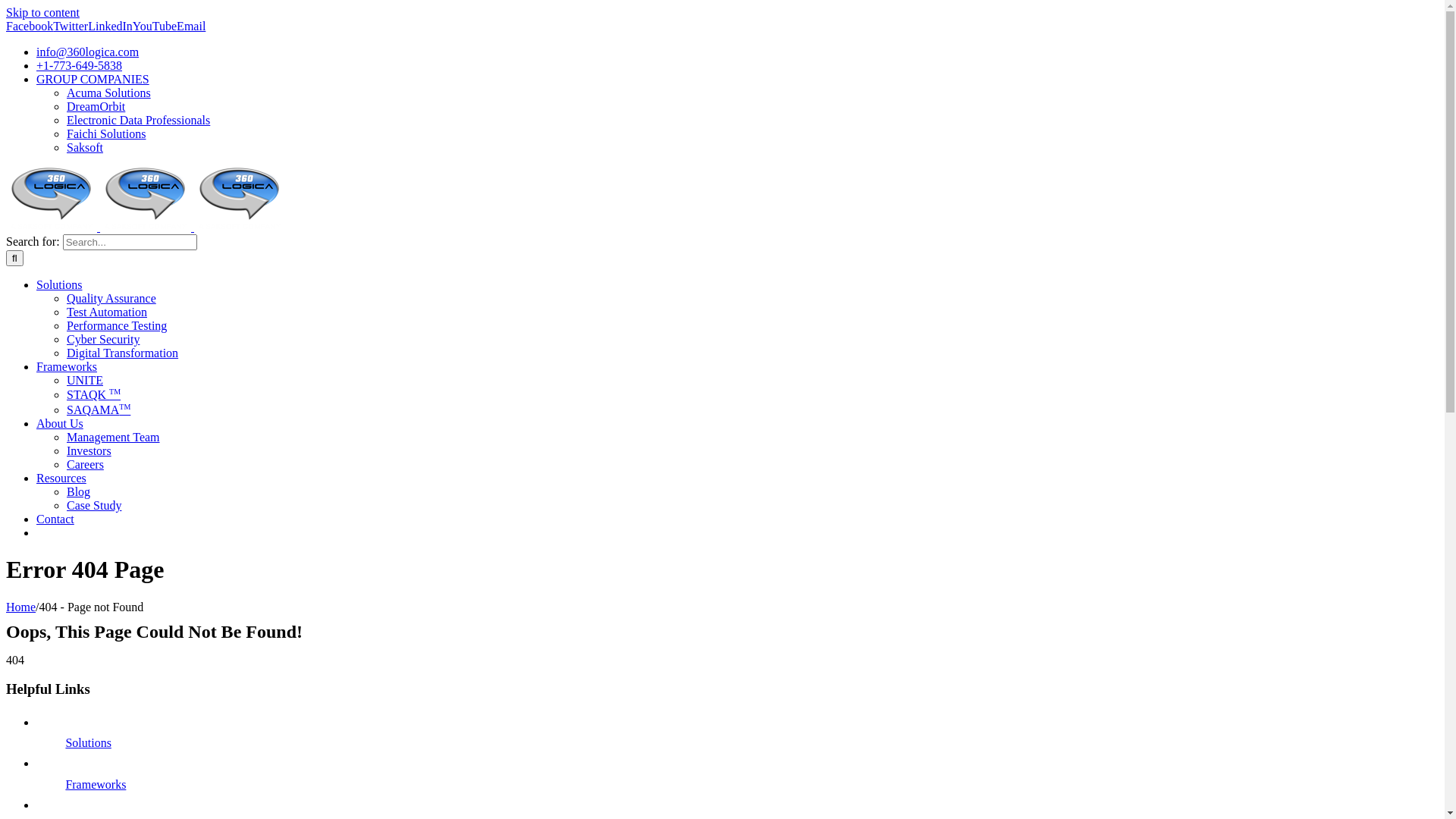 The image size is (1456, 819). I want to click on 'Email', so click(190, 26).